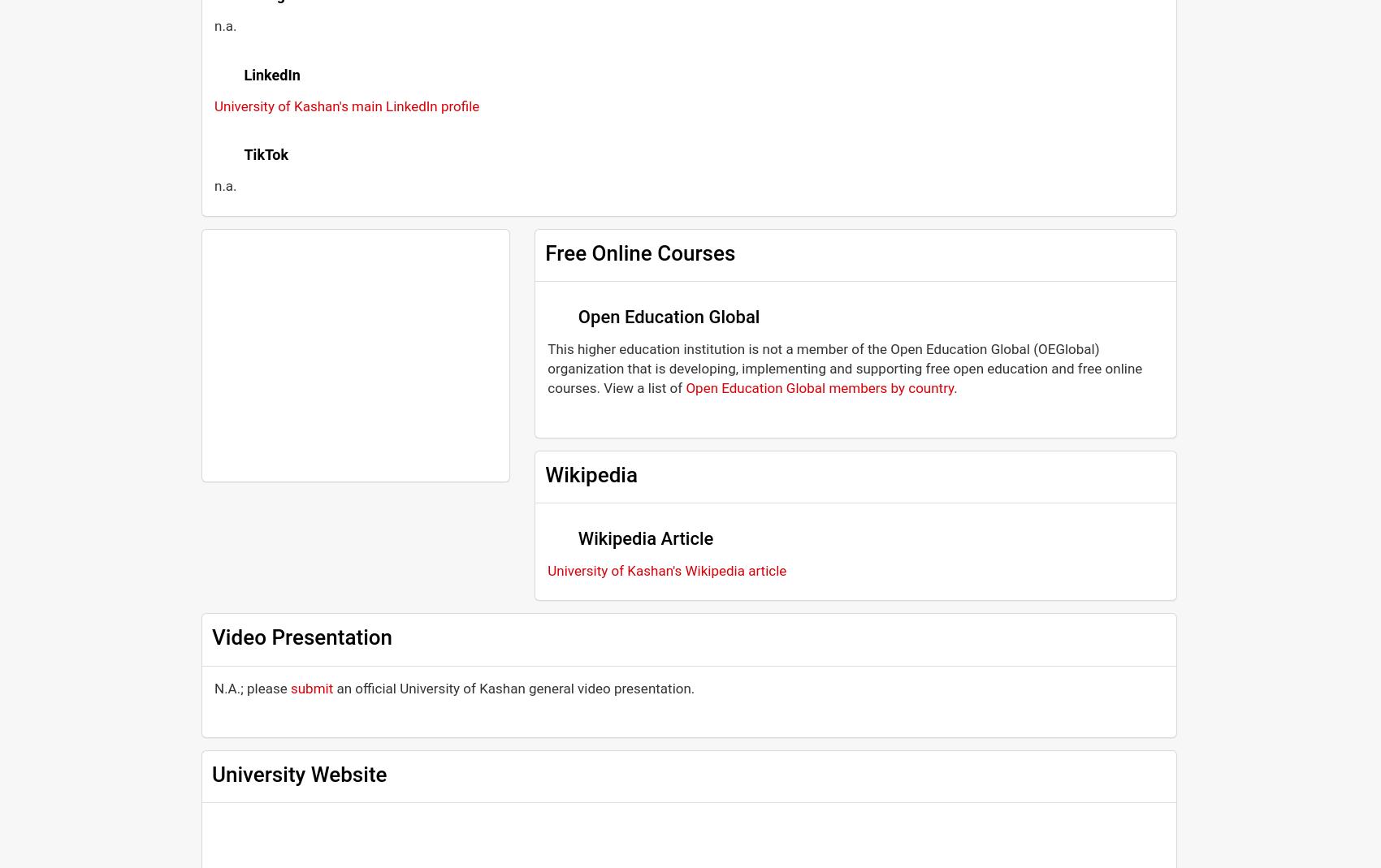  I want to click on 'LinkedIn', so click(271, 73).